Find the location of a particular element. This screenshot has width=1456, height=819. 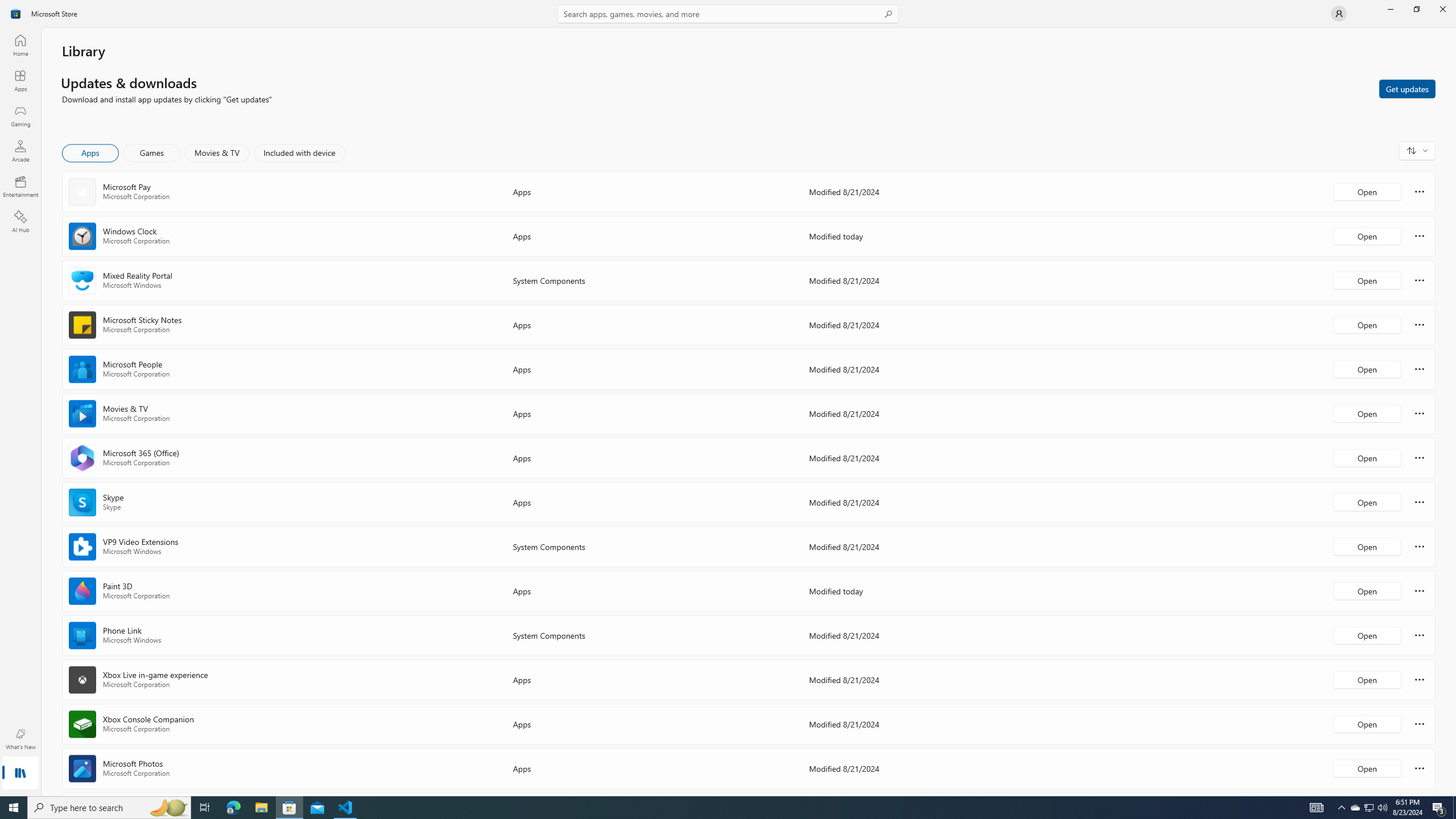

'Class: Image' is located at coordinates (16, 13).